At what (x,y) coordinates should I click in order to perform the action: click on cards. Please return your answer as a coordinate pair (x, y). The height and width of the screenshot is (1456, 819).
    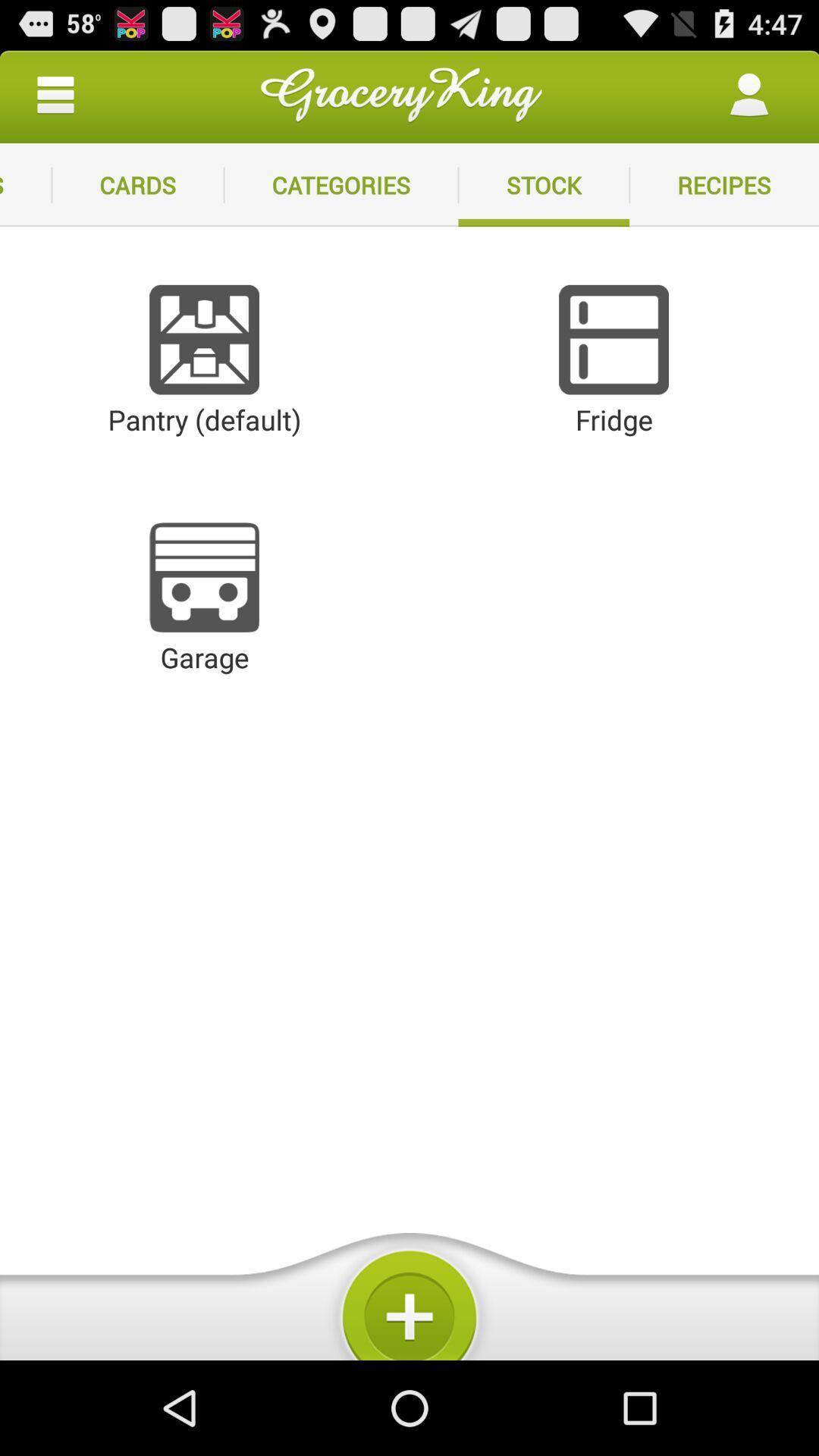
    Looking at the image, I should click on (137, 184).